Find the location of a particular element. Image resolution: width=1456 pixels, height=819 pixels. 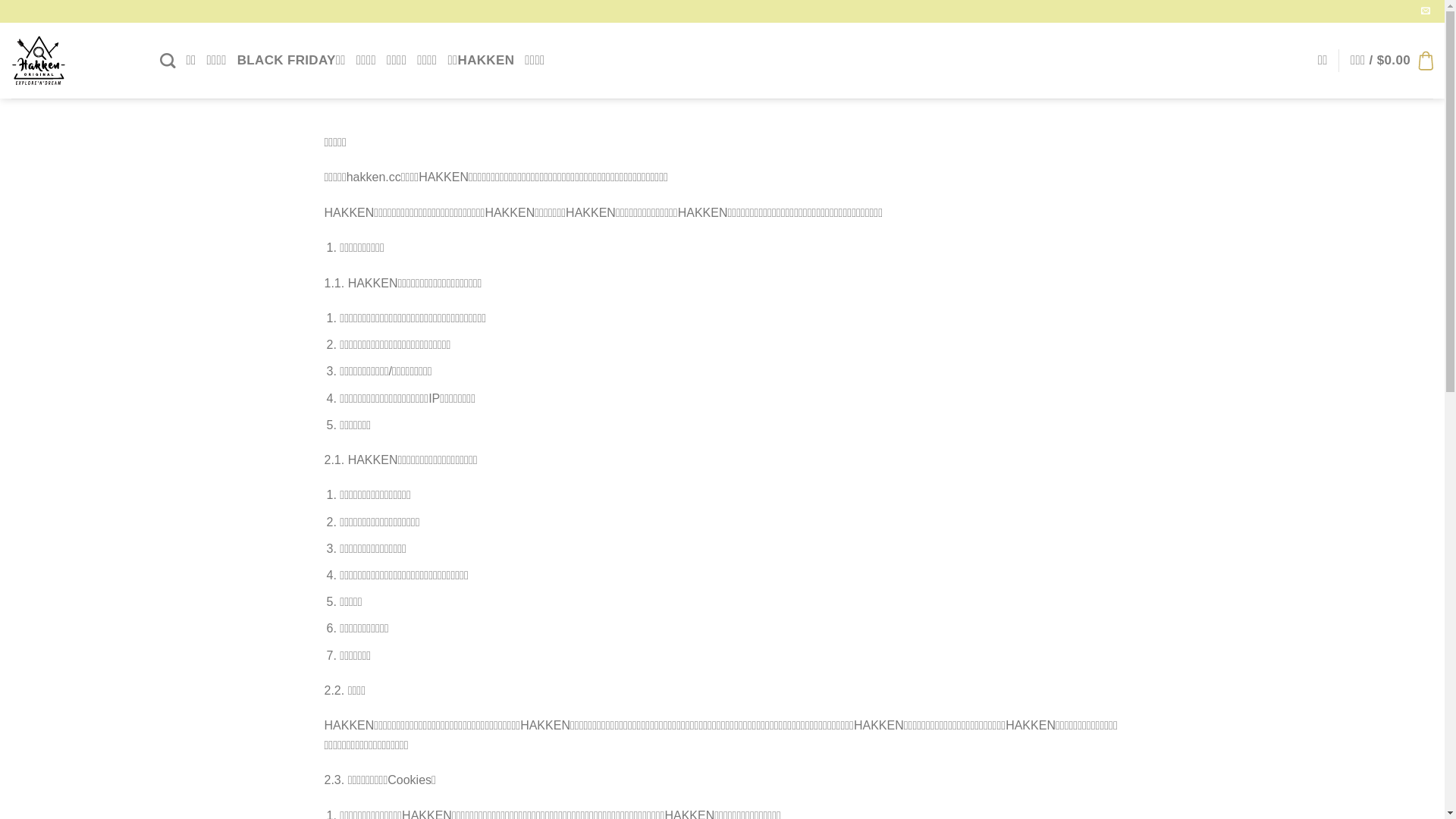

'HAKKEN - HAKKEN' is located at coordinates (73, 60).